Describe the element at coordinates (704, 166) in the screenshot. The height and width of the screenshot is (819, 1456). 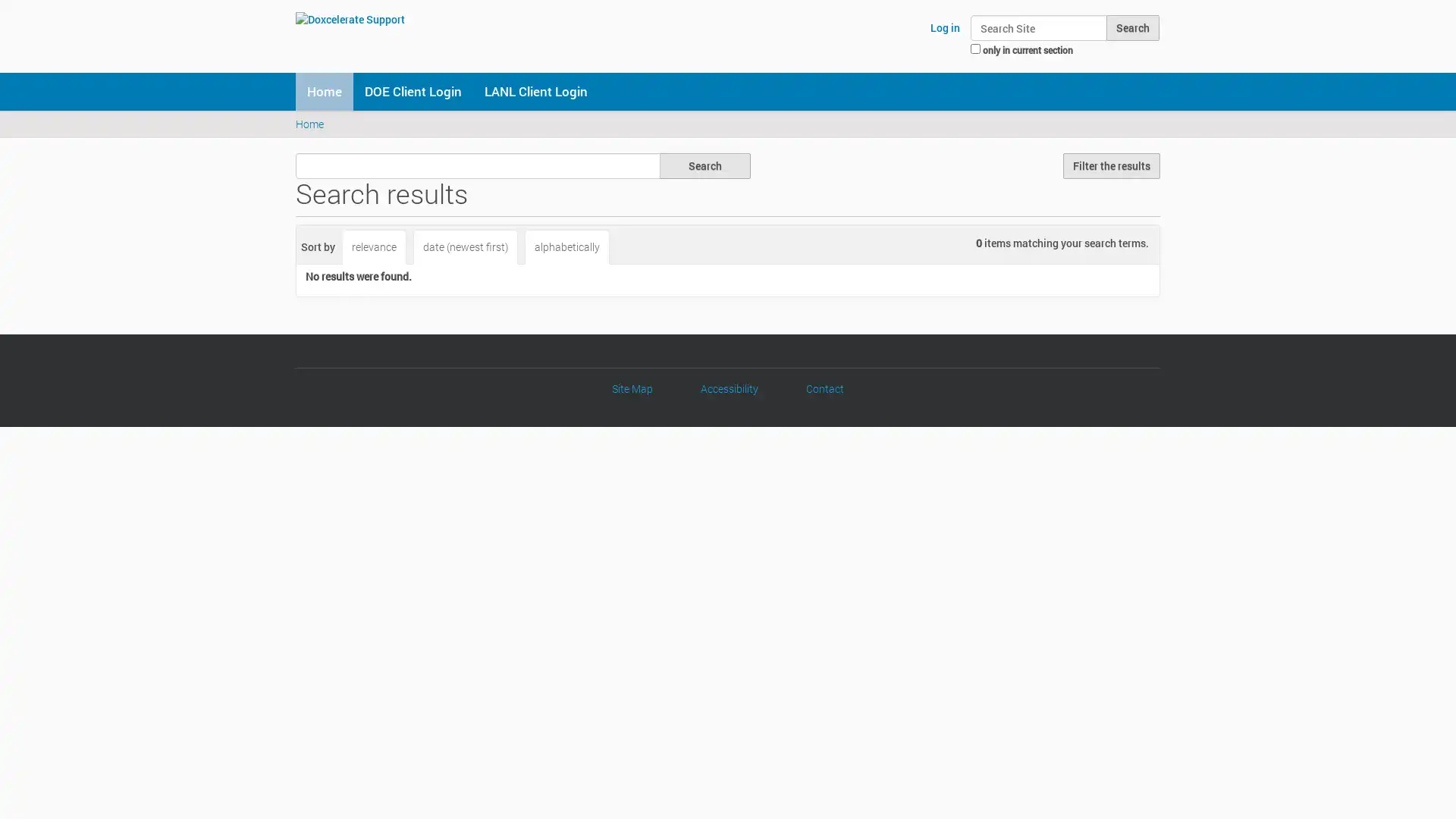
I see `Search` at that location.